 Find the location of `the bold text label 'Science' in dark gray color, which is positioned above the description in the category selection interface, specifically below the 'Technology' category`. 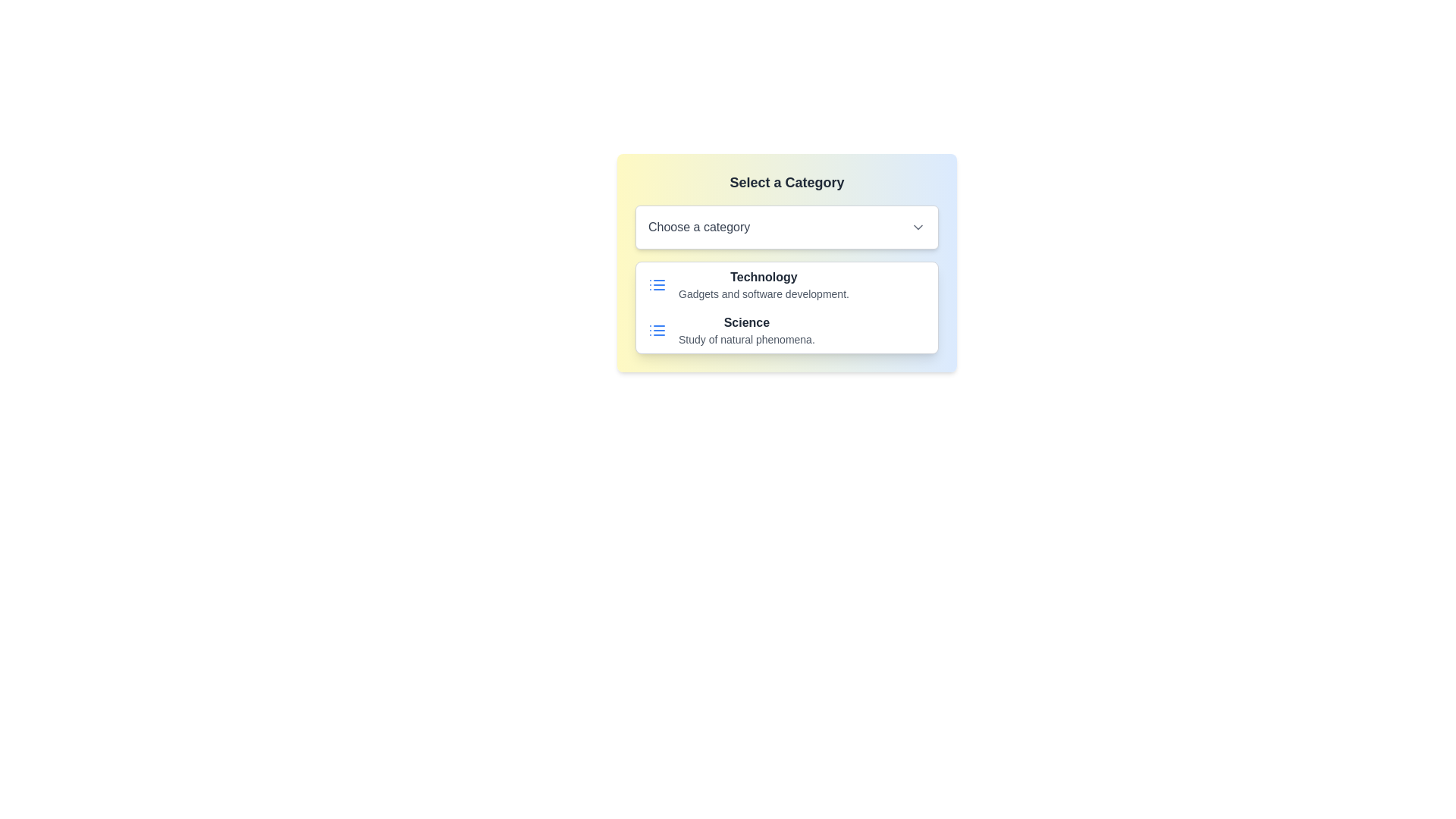

the bold text label 'Science' in dark gray color, which is positioned above the description in the category selection interface, specifically below the 'Technology' category is located at coordinates (746, 322).